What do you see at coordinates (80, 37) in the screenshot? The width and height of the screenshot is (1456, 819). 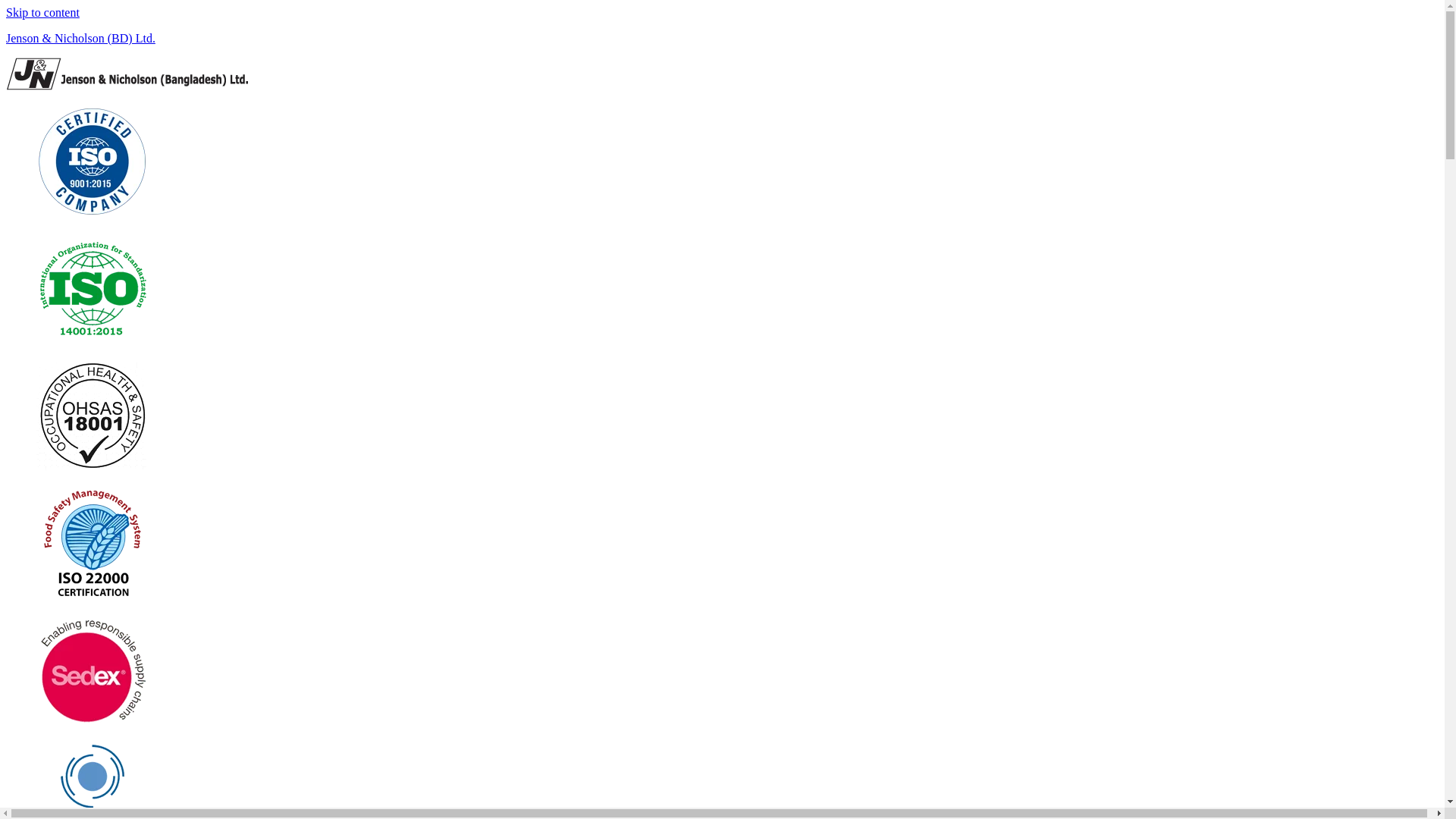 I see `'Jenson & Nicholson (BD) Ltd.'` at bounding box center [80, 37].